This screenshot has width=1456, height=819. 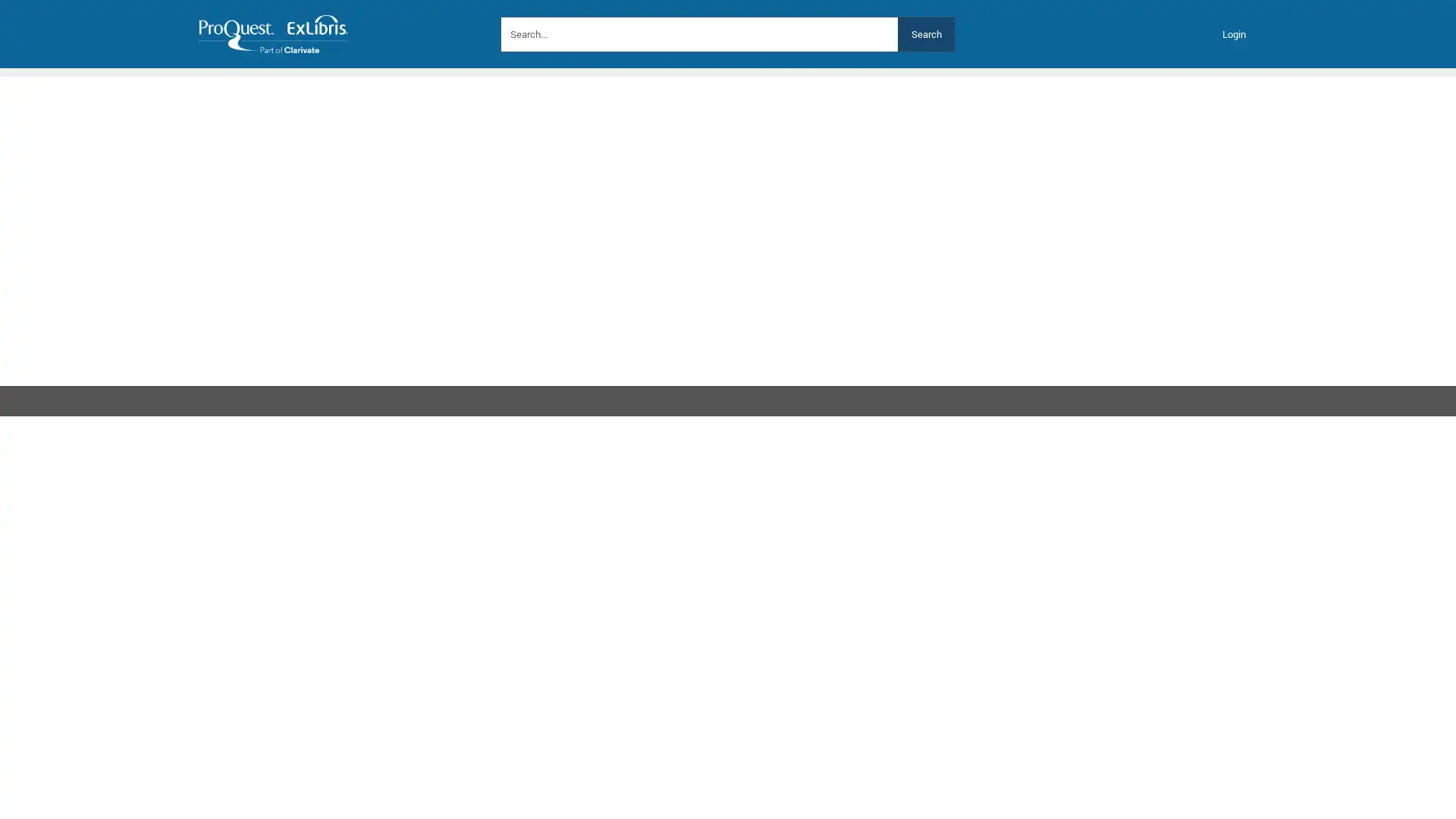 I want to click on Contact Us, so click(x=461, y=86).